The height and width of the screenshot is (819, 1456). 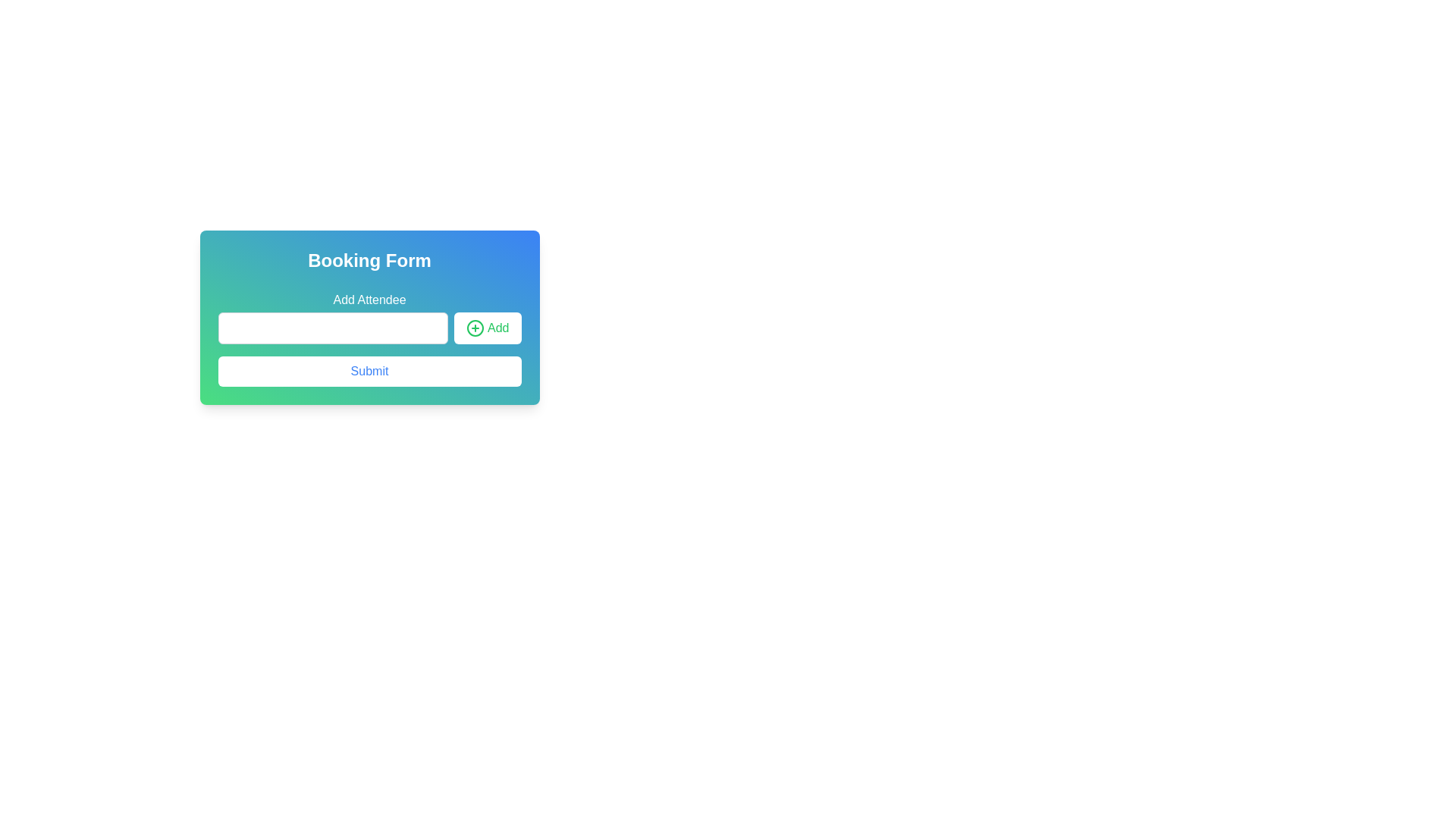 I want to click on the text label displaying 'Booking Form', which is styled in bold white font with a gradient background transitioning from green to blue, so click(x=369, y=259).